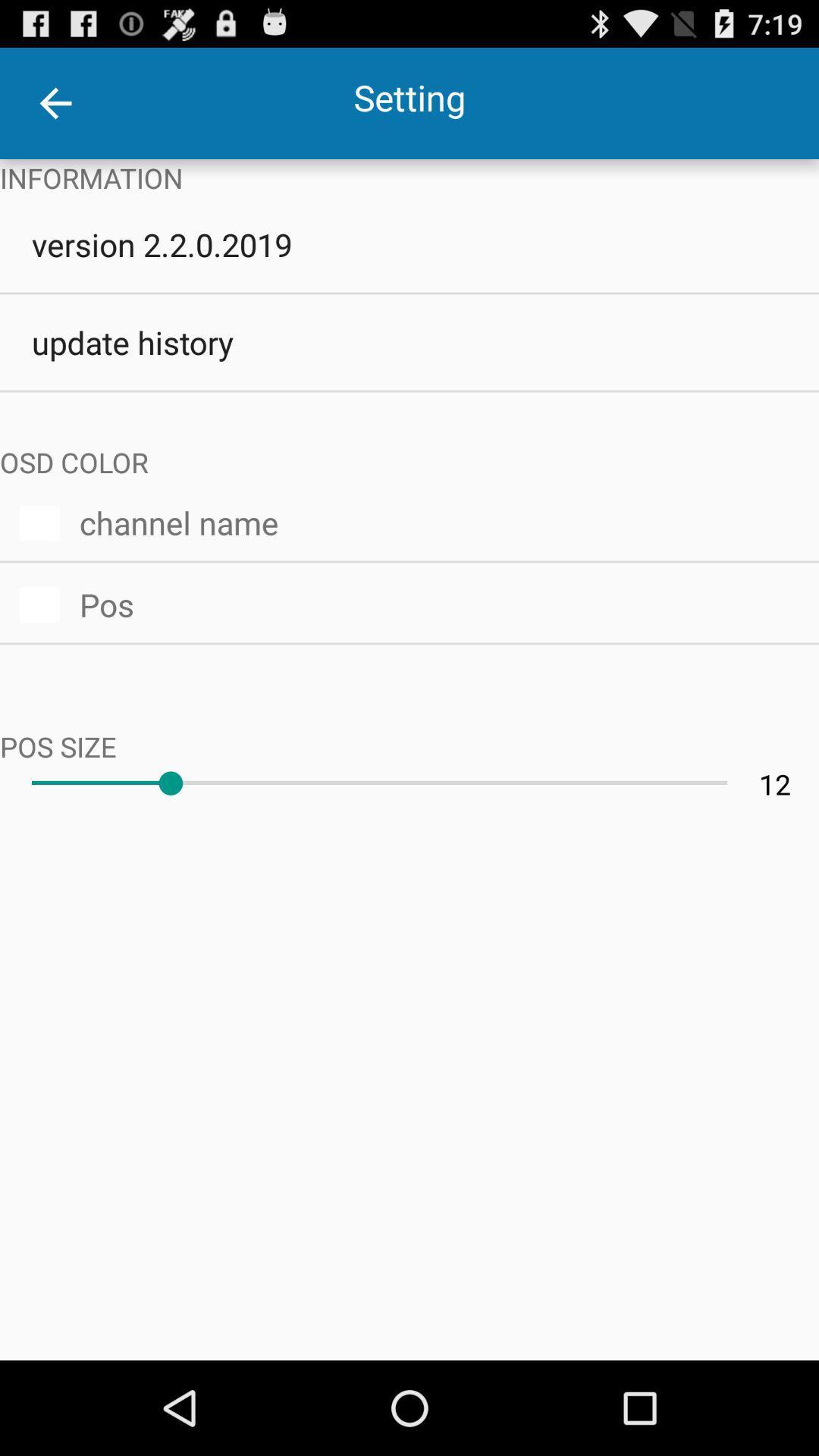 Image resolution: width=819 pixels, height=1456 pixels. Describe the element at coordinates (439, 520) in the screenshot. I see `the channel name item` at that location.